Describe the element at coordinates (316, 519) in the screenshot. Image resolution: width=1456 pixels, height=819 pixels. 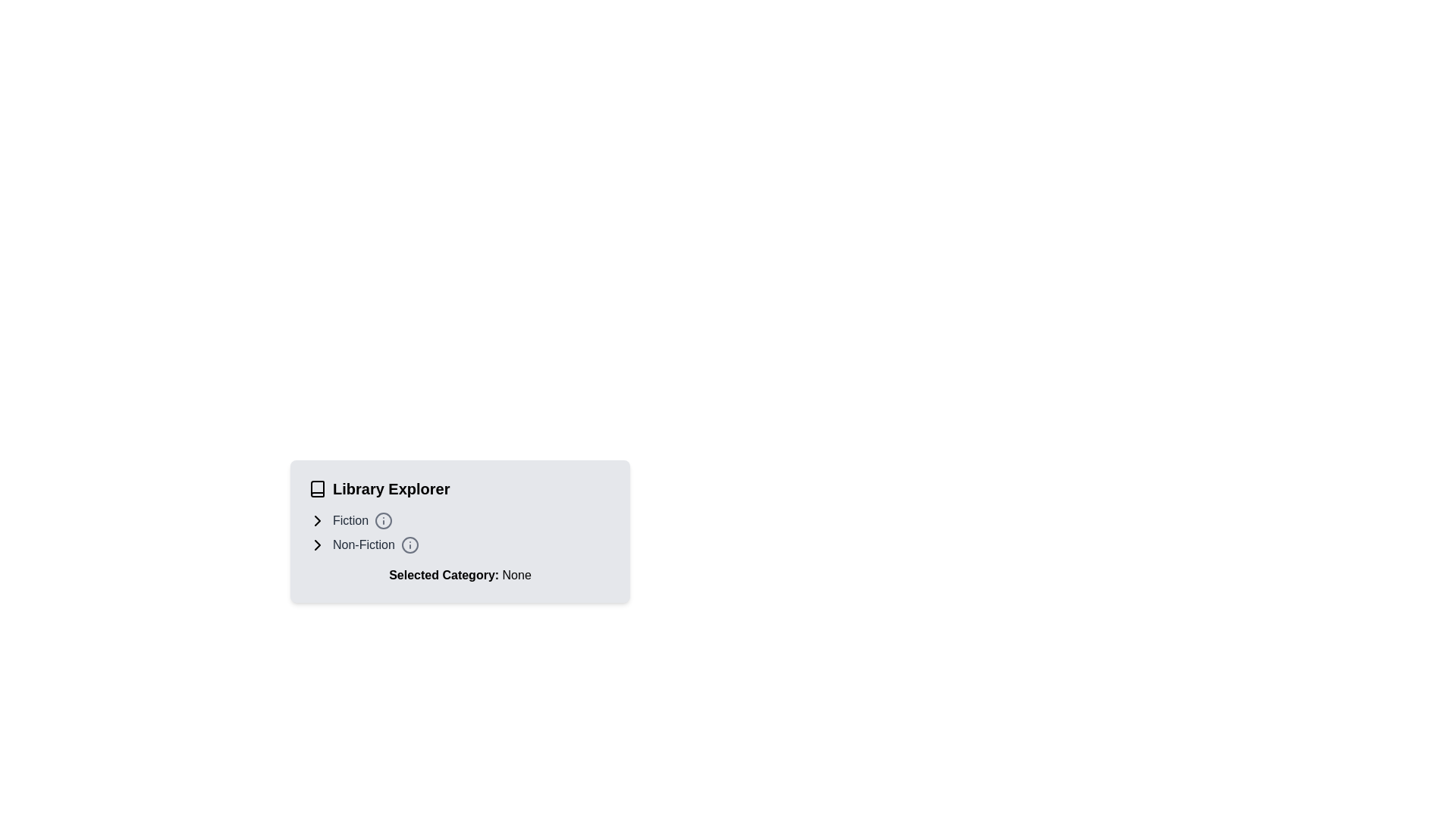
I see `the icon located to the left of the 'Fiction' text in the 'Library Explorer' section` at that location.